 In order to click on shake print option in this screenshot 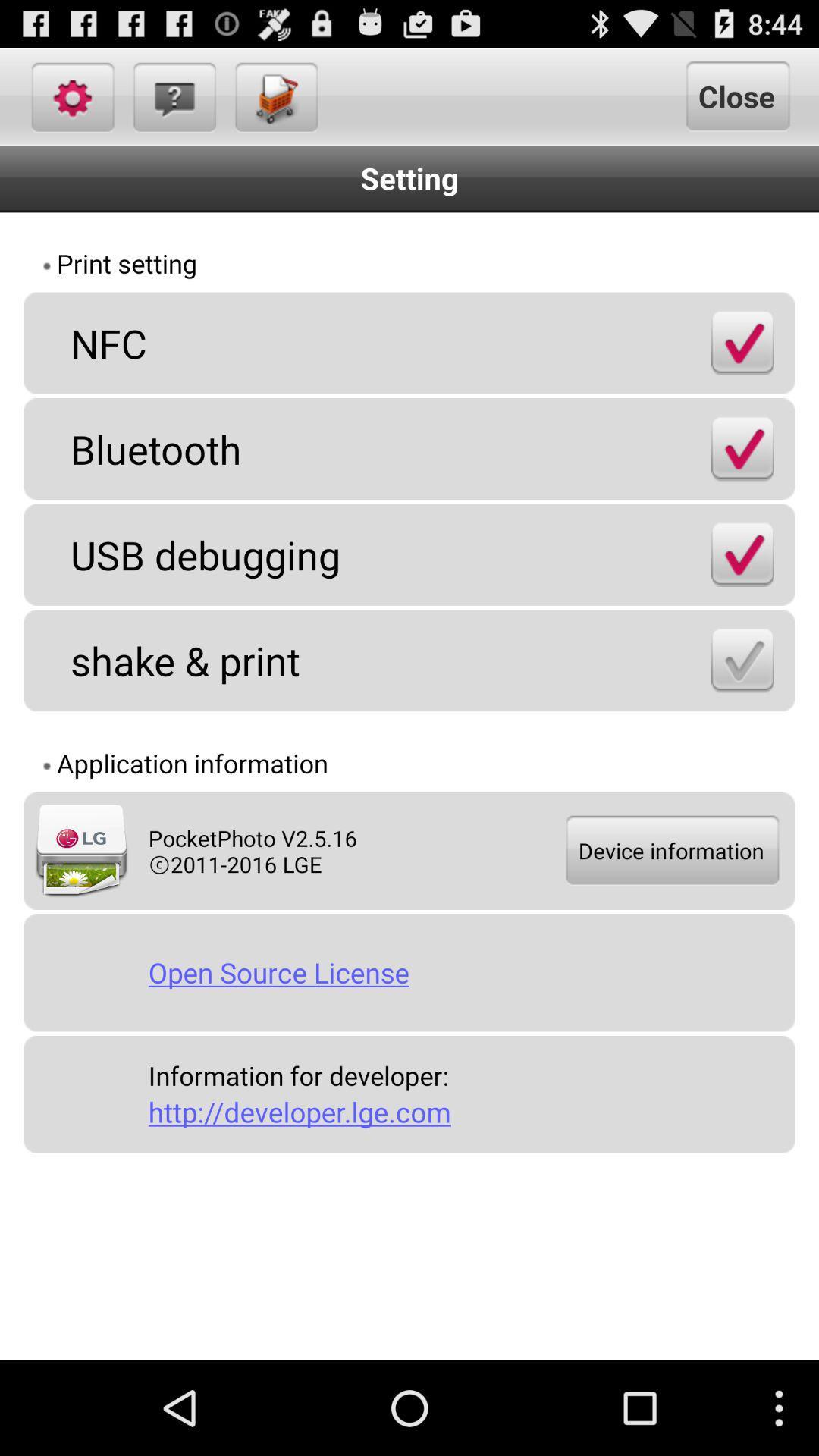, I will do `click(742, 660)`.